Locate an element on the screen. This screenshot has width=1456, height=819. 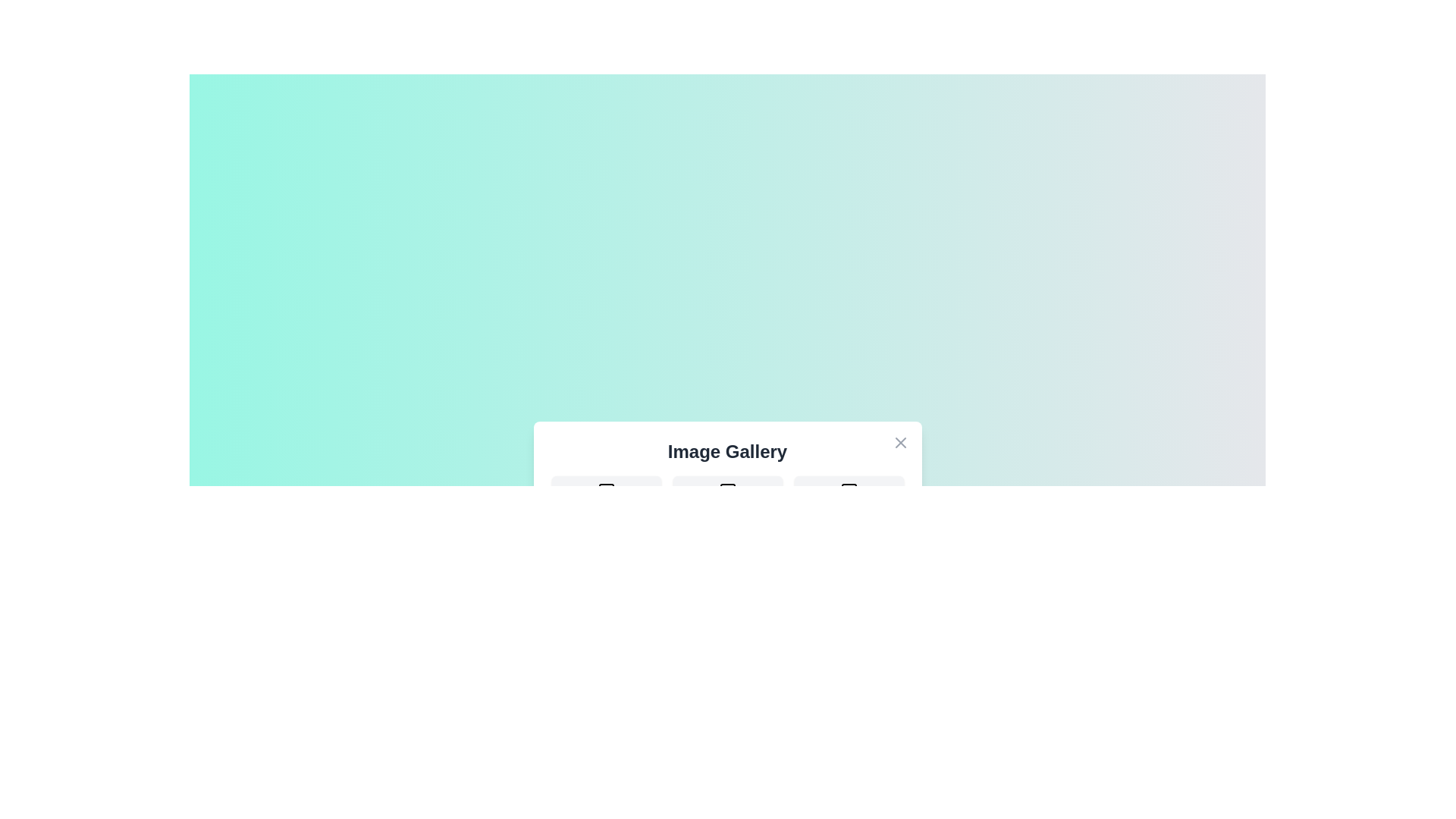
the image titled Landscape from the gallery is located at coordinates (605, 502).